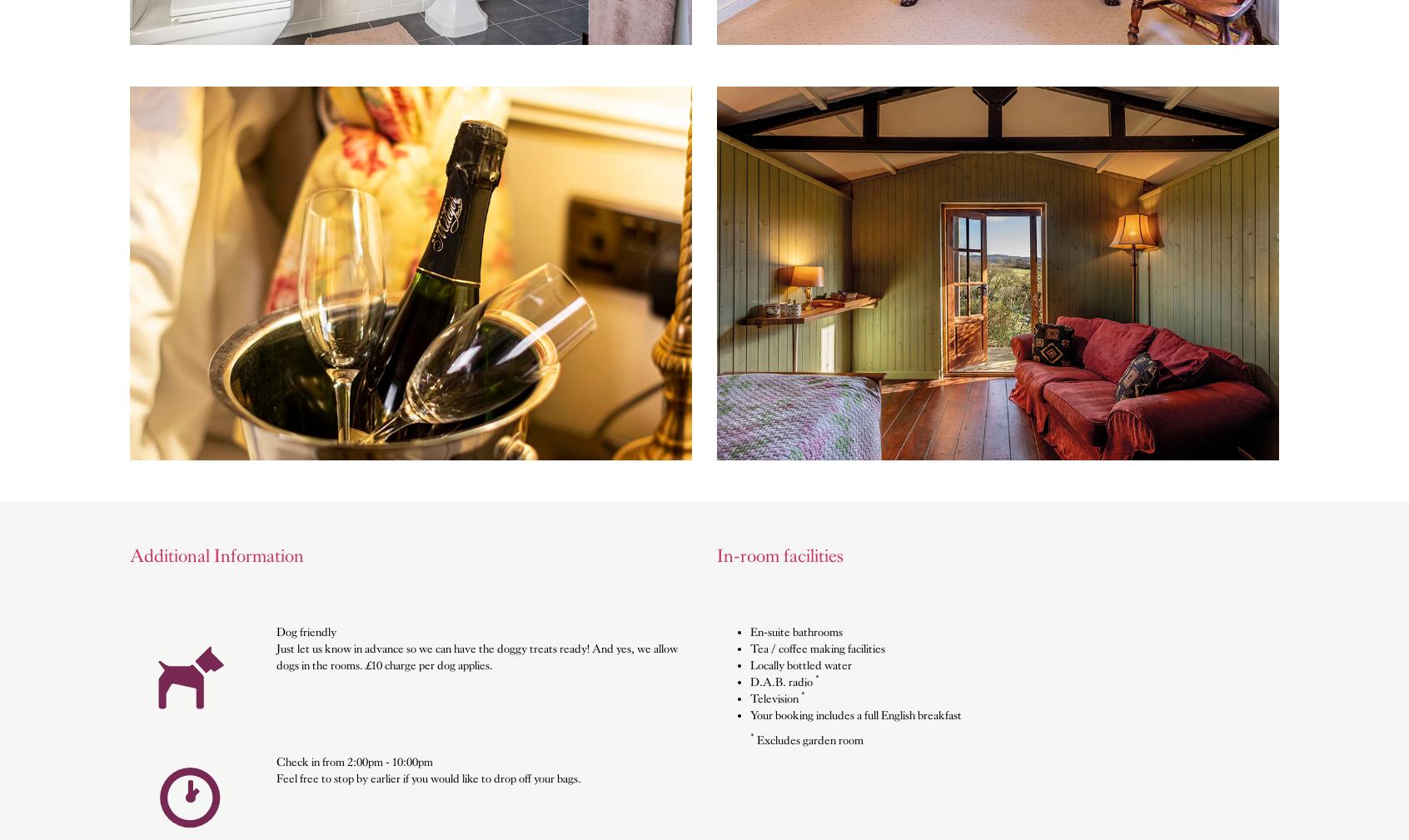  What do you see at coordinates (817, 648) in the screenshot?
I see `'Tea / coffee making facilities'` at bounding box center [817, 648].